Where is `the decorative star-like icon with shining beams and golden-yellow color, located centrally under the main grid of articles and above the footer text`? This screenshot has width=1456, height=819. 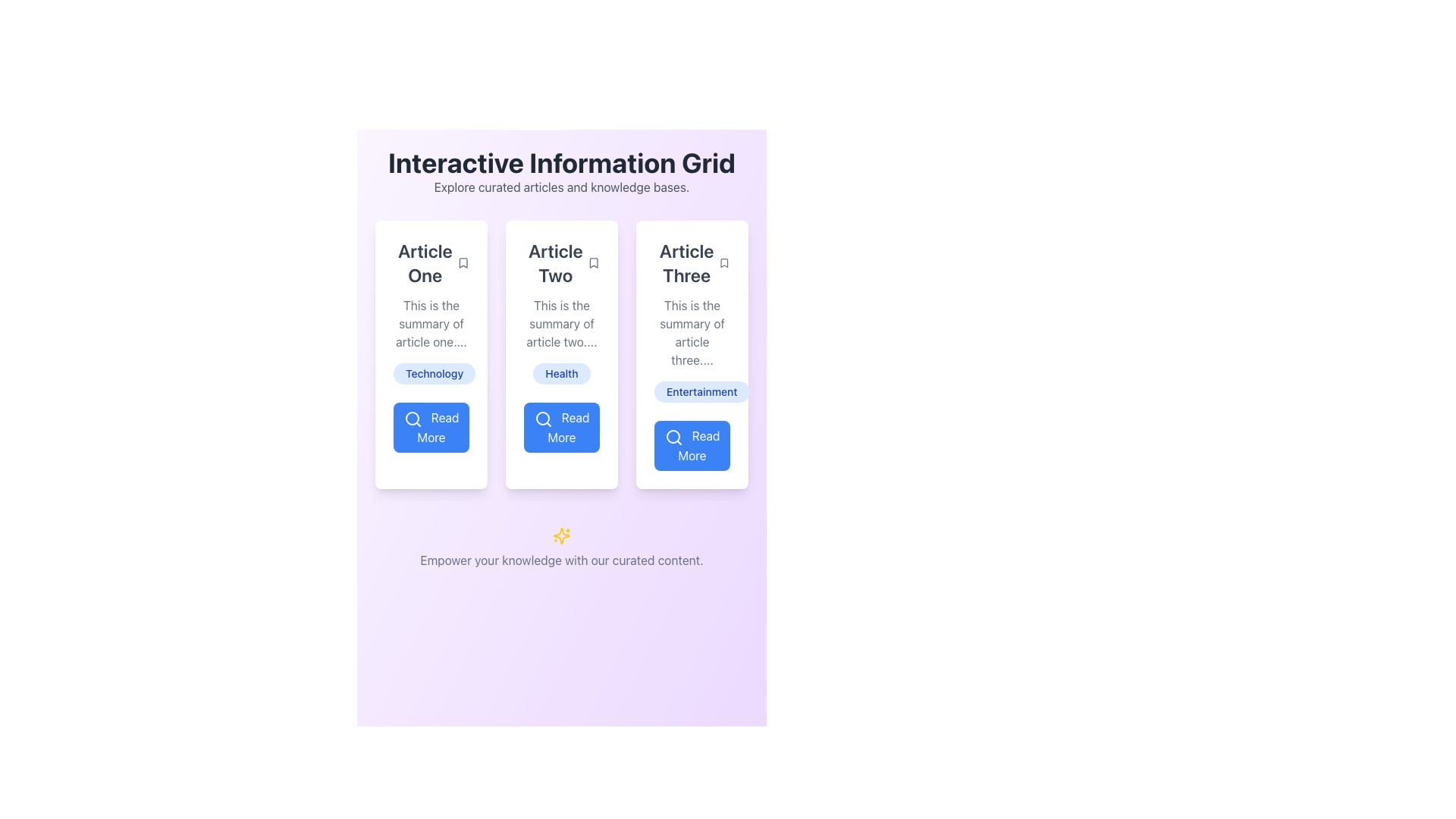
the decorative star-like icon with shining beams and golden-yellow color, located centrally under the main grid of articles and above the footer text is located at coordinates (560, 535).